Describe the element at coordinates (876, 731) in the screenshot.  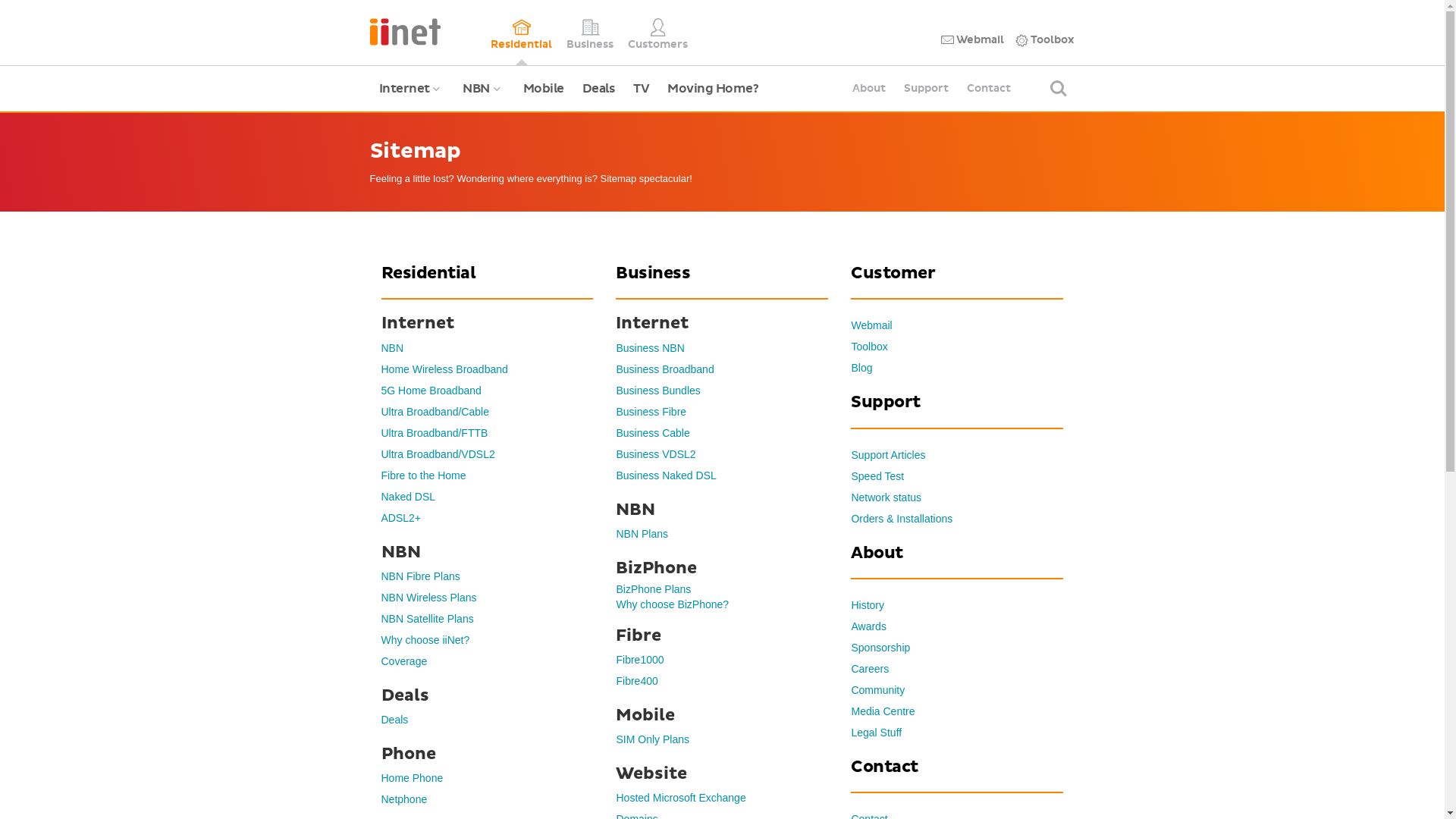
I see `'Legal Stuff'` at that location.